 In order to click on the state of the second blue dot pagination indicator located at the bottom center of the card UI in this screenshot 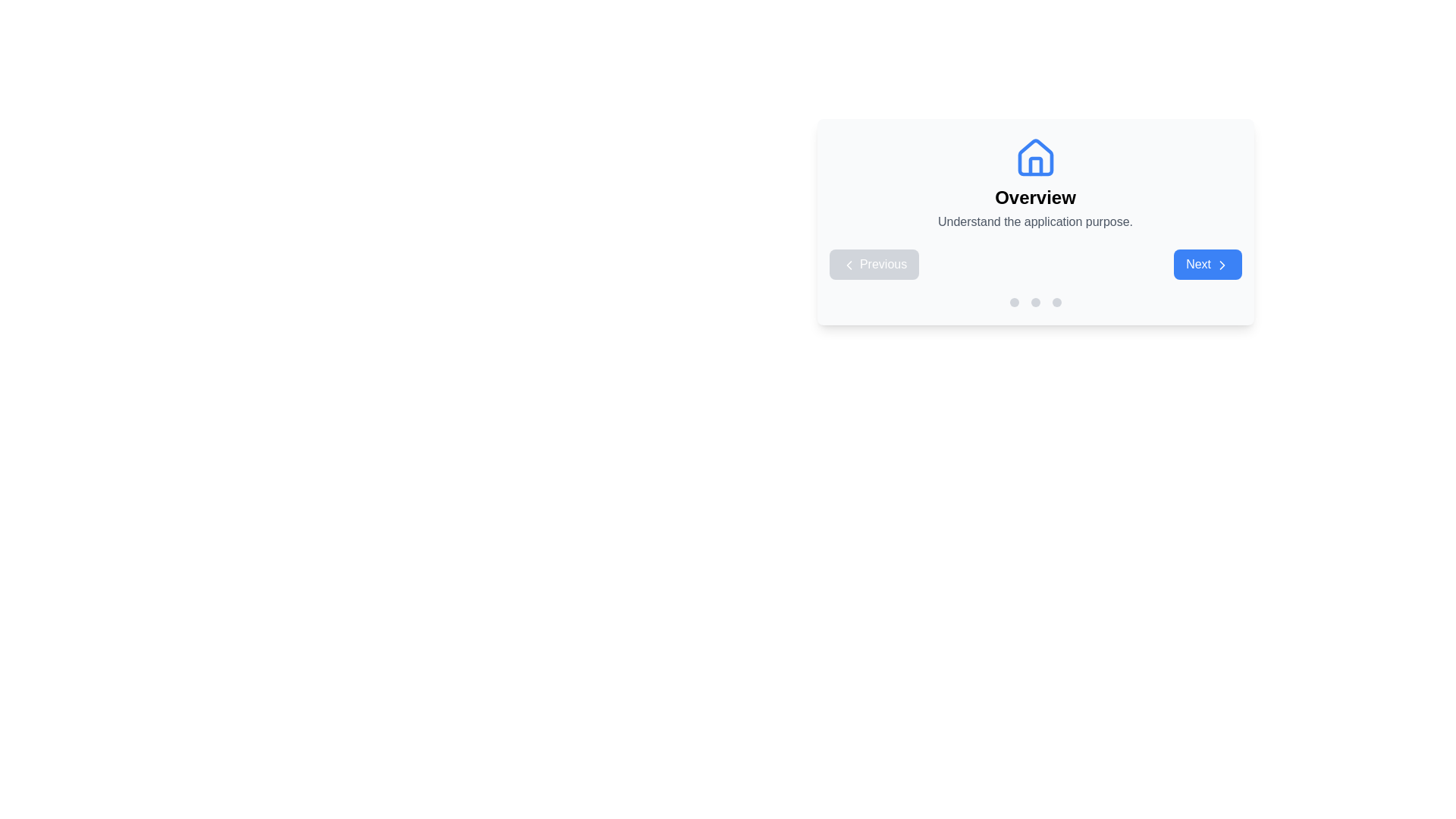, I will do `click(1014, 302)`.